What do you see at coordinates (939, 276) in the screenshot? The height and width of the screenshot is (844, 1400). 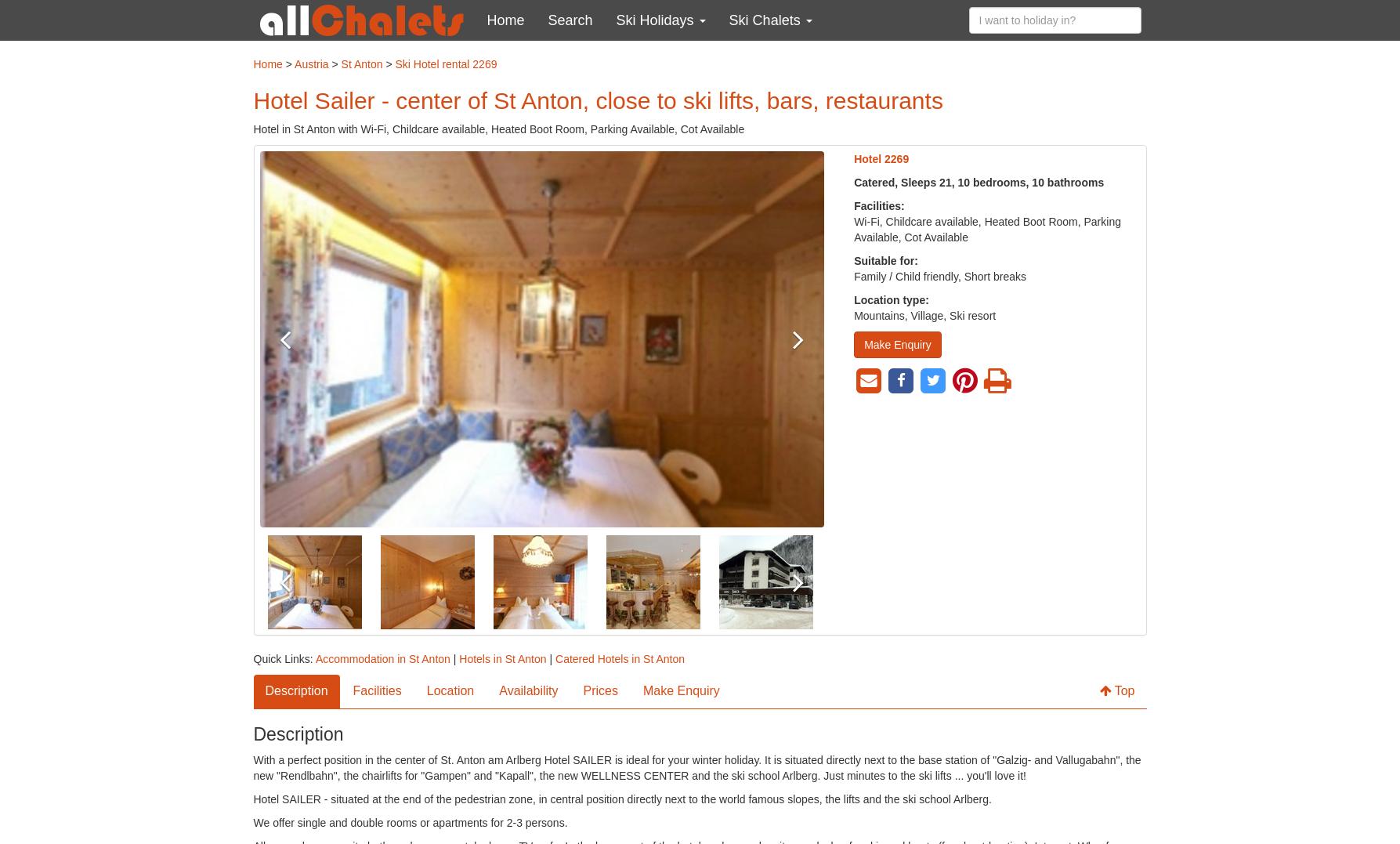 I see `'Family / Child friendly, Short breaks'` at bounding box center [939, 276].